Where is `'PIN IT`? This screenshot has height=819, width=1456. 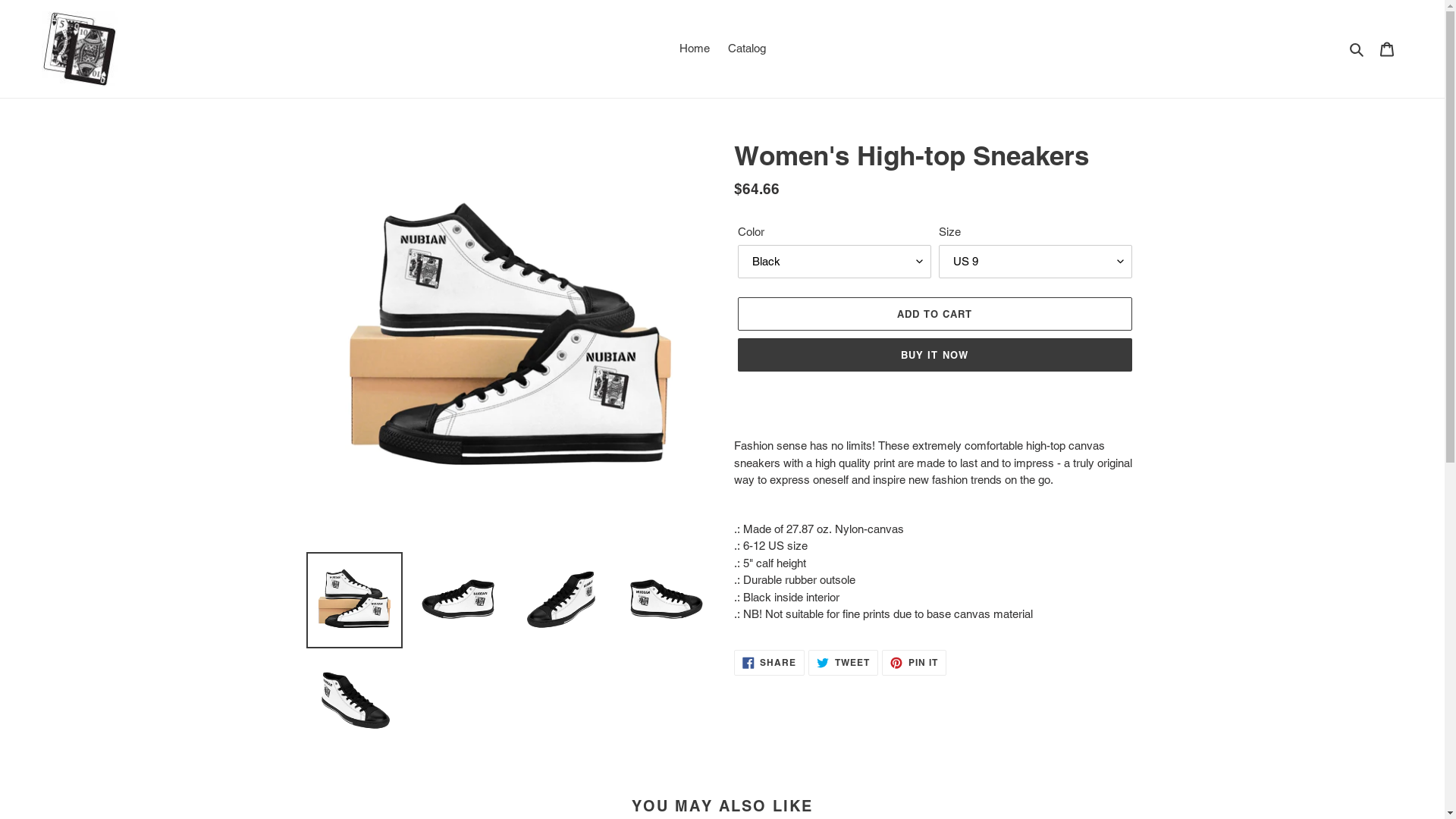
'PIN IT is located at coordinates (881, 662).